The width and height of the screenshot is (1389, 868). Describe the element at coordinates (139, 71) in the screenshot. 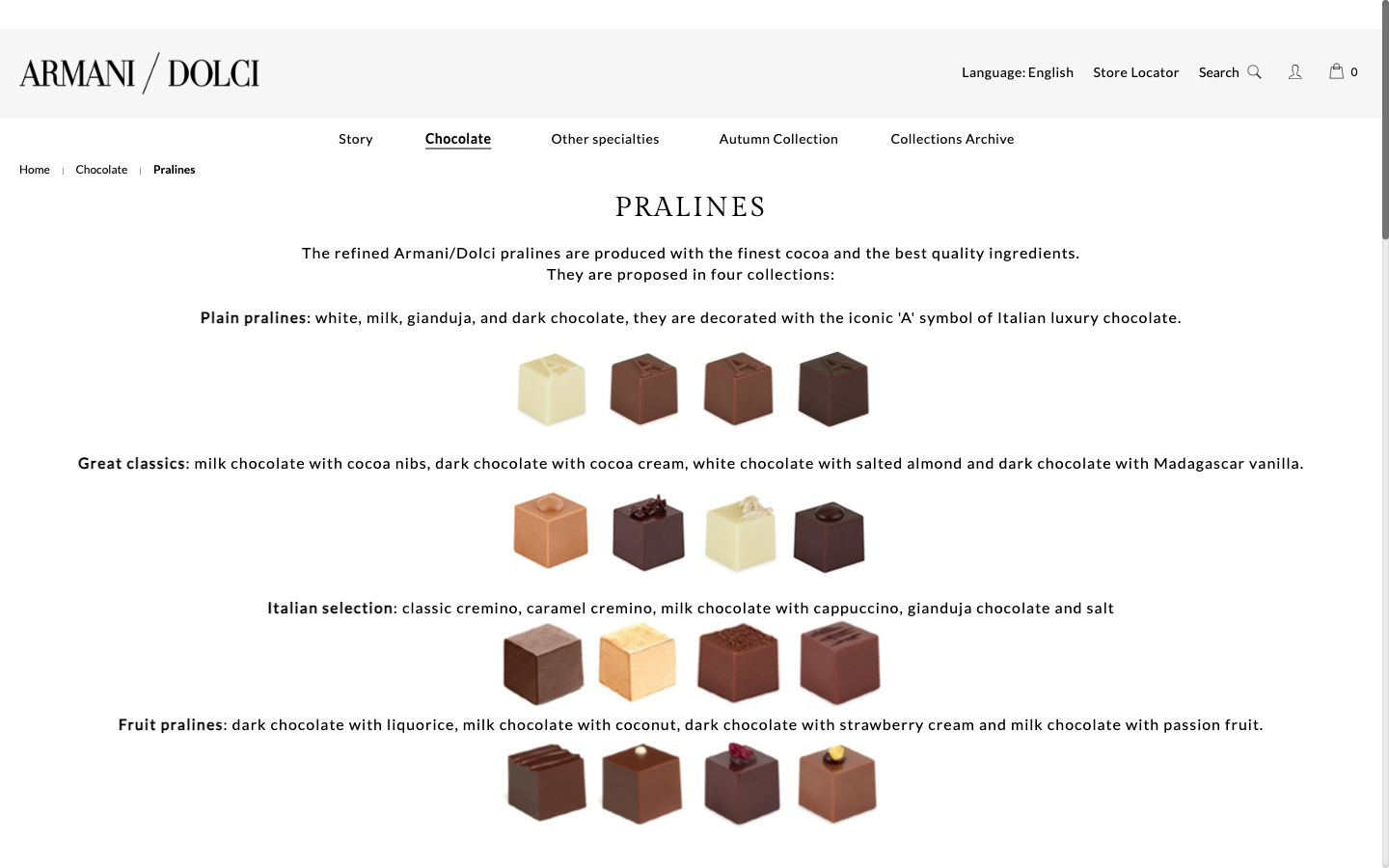

I see `Redirect to the Armani/dolci homepage by clicking on the logo in the upper left hand corner` at that location.